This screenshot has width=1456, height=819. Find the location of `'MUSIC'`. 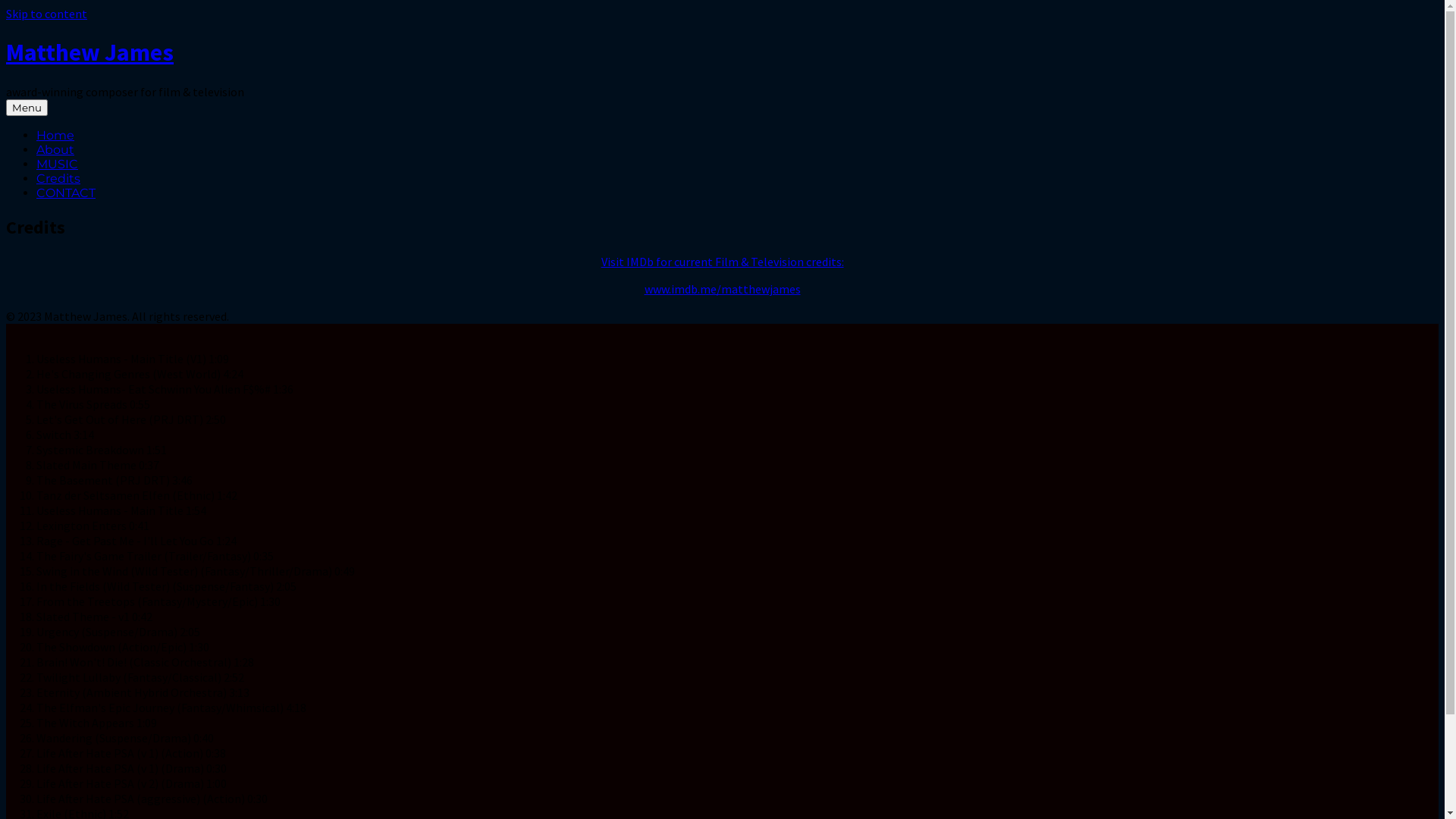

'MUSIC' is located at coordinates (57, 164).